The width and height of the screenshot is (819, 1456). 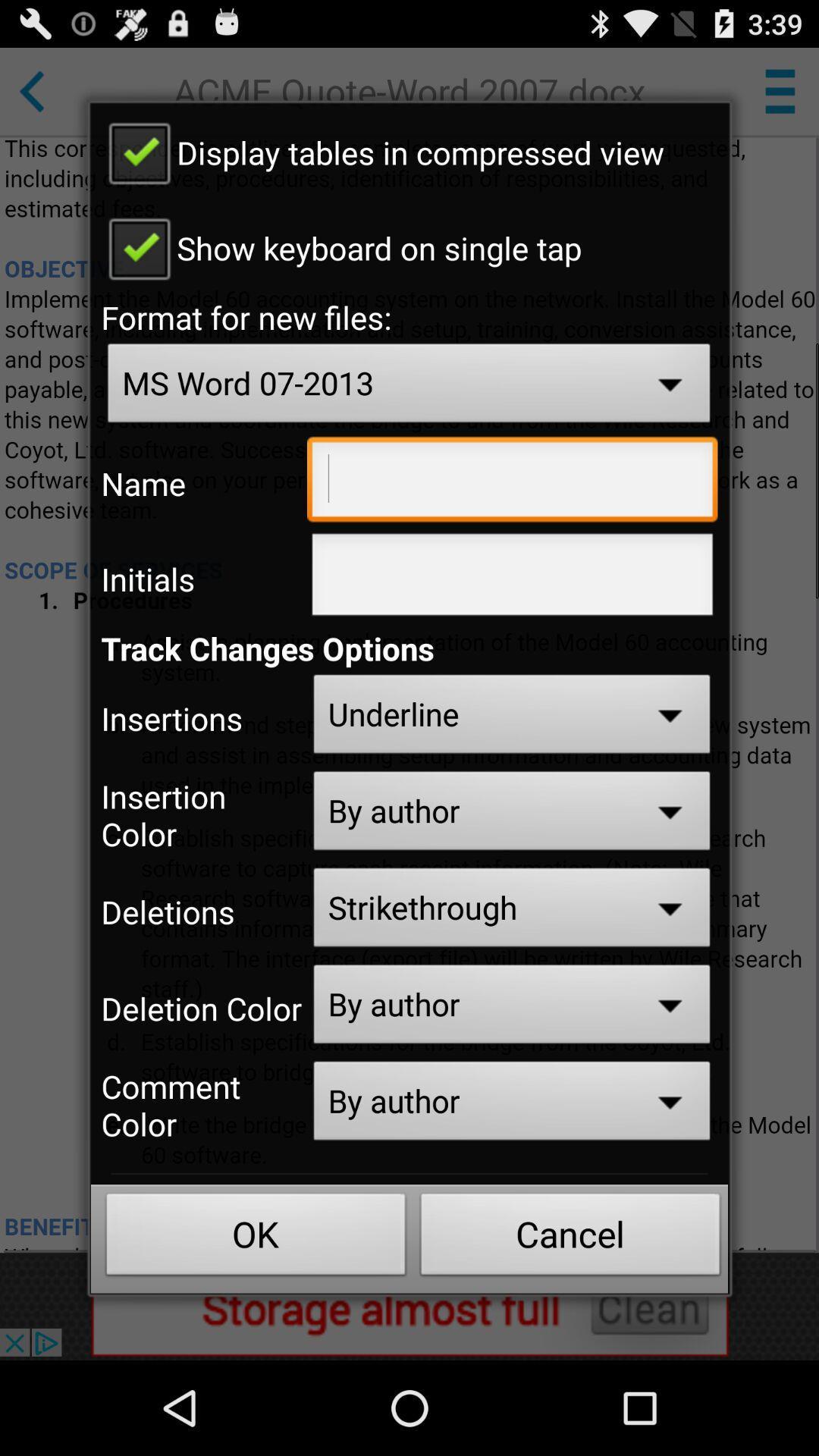 I want to click on input name, so click(x=512, y=482).